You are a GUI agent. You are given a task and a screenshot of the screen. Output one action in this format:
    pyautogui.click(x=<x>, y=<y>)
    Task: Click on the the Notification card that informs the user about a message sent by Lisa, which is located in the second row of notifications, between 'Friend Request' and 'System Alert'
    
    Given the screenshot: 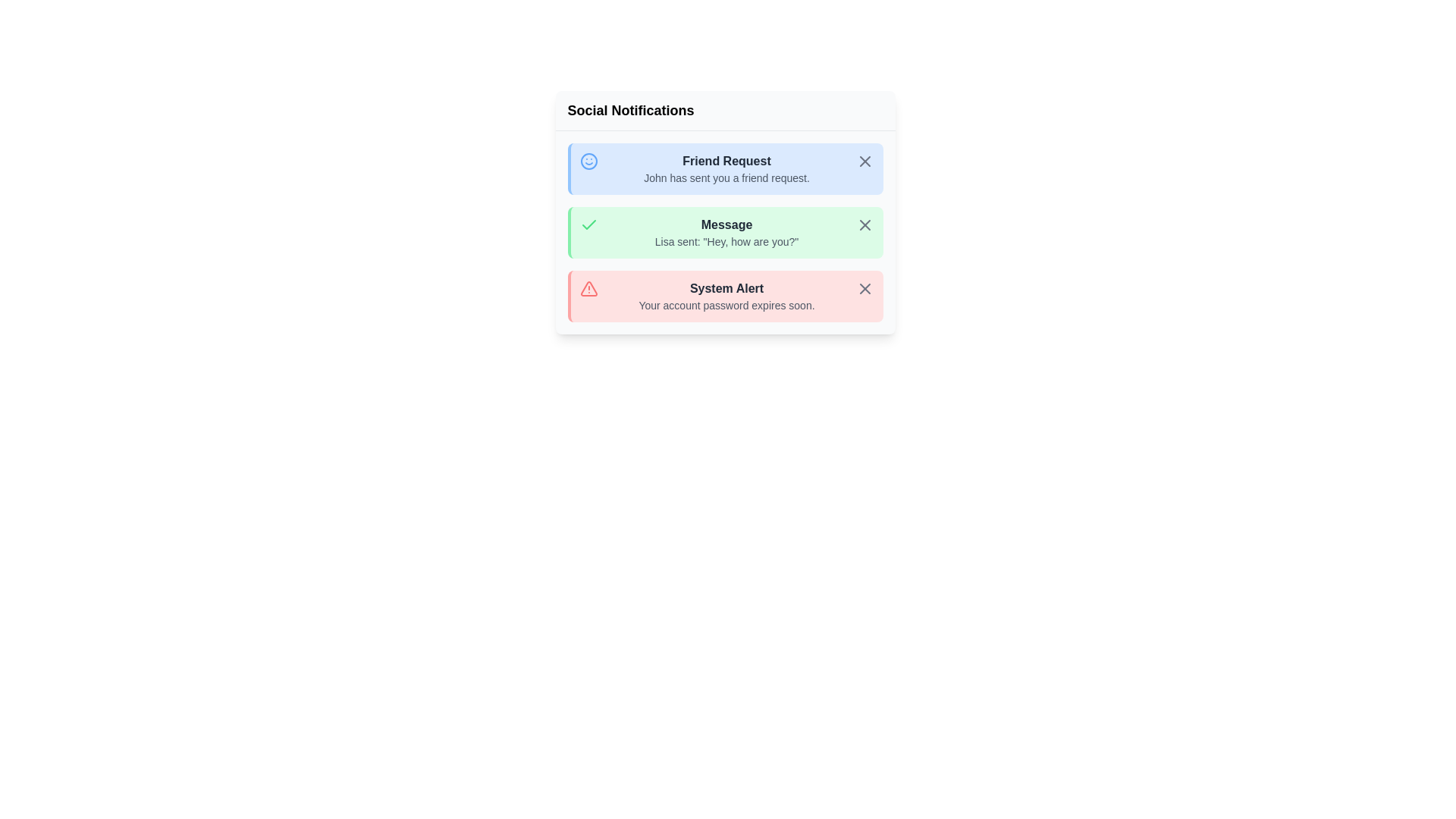 What is the action you would take?
    pyautogui.click(x=724, y=233)
    